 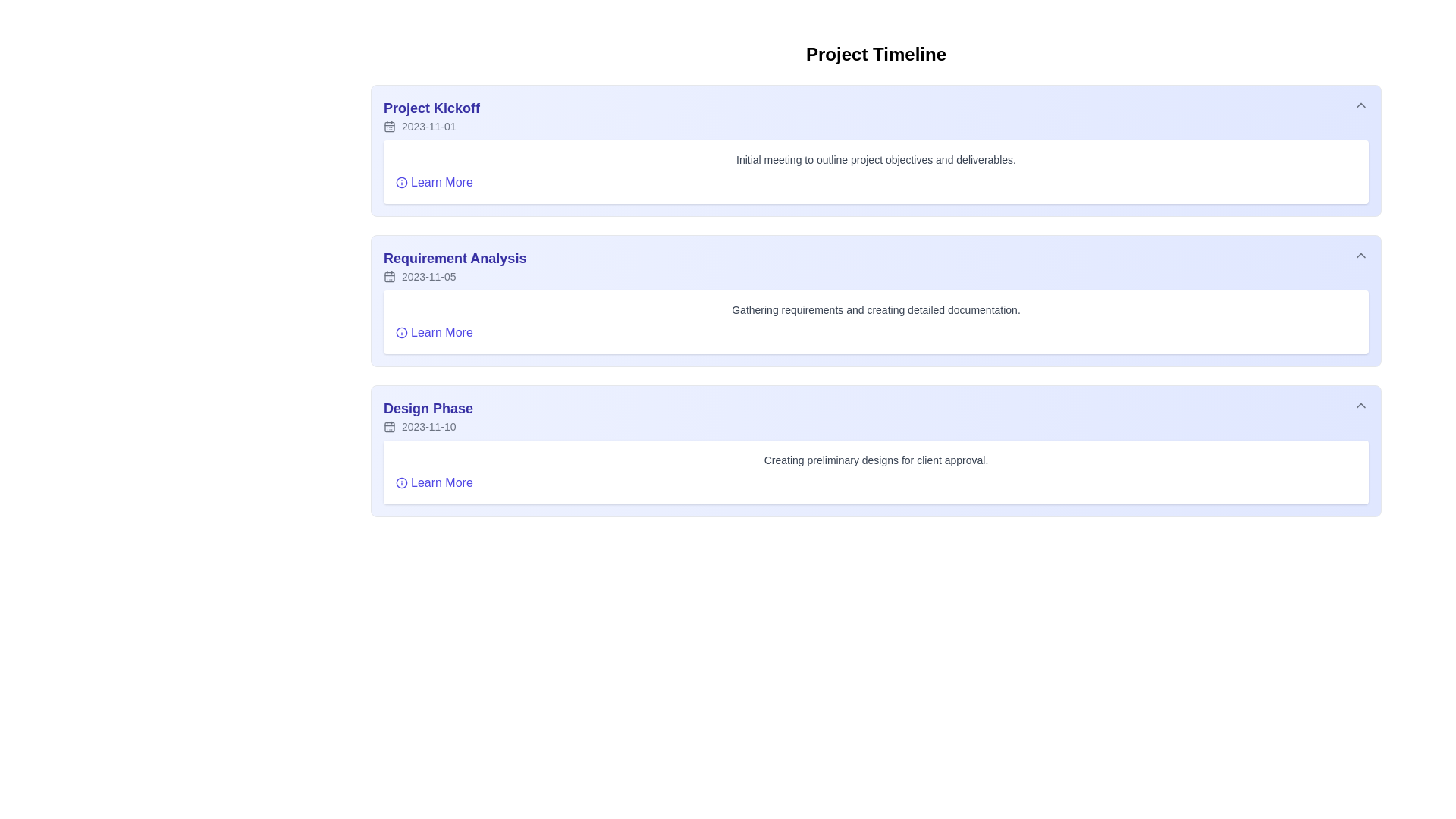 What do you see at coordinates (876, 459) in the screenshot?
I see `the main description text in the 'Design Phase' section of the timeline interface, which provides information about specific tasks or goals` at bounding box center [876, 459].